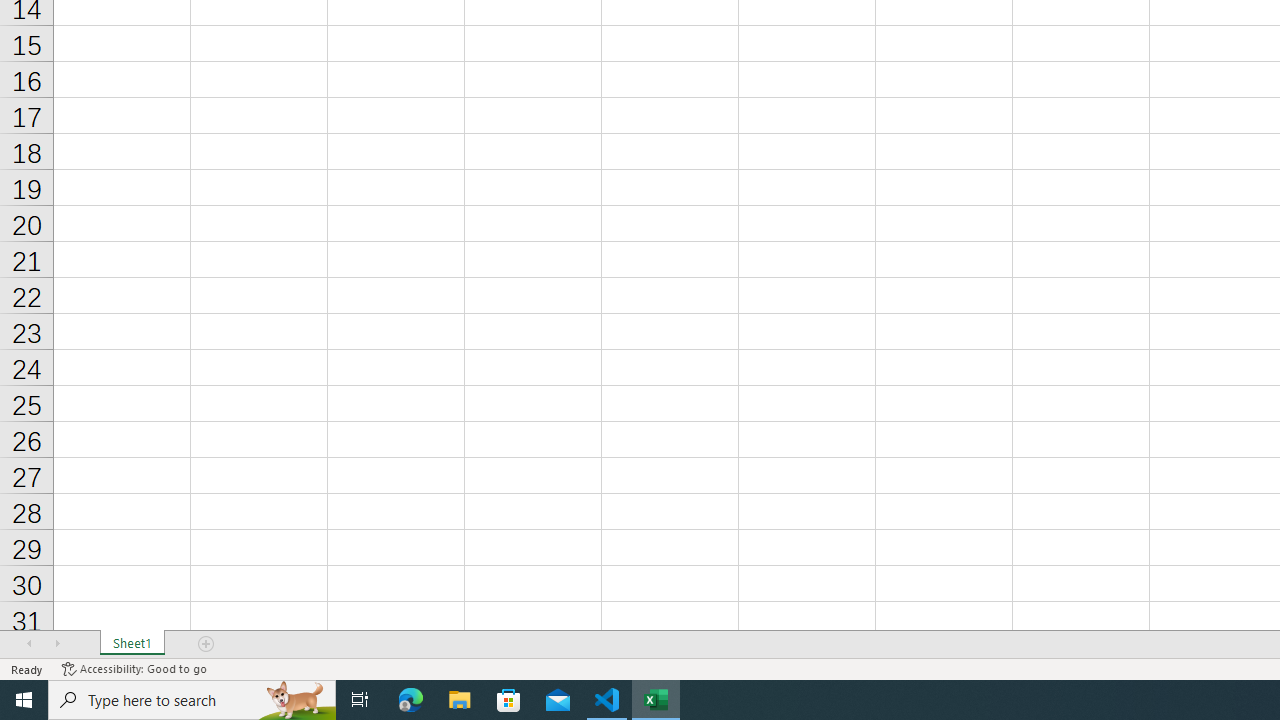 This screenshot has width=1280, height=720. Describe the element at coordinates (57, 644) in the screenshot. I see `'Scroll Right'` at that location.